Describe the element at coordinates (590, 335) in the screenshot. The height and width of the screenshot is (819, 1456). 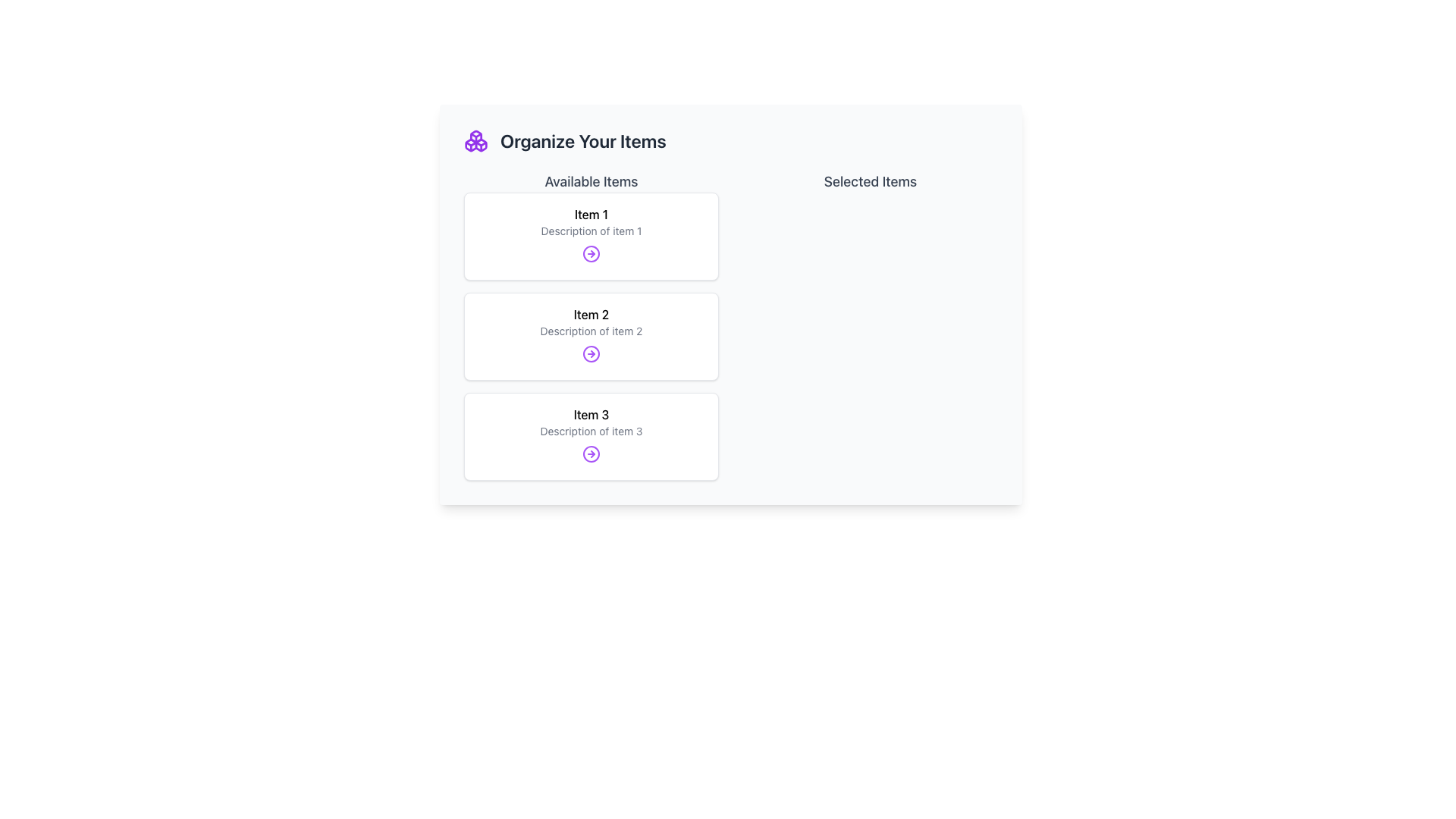
I see `the interactive card titled 'Item 2', which contains a title in bold and a circular arrow icon for navigation` at that location.